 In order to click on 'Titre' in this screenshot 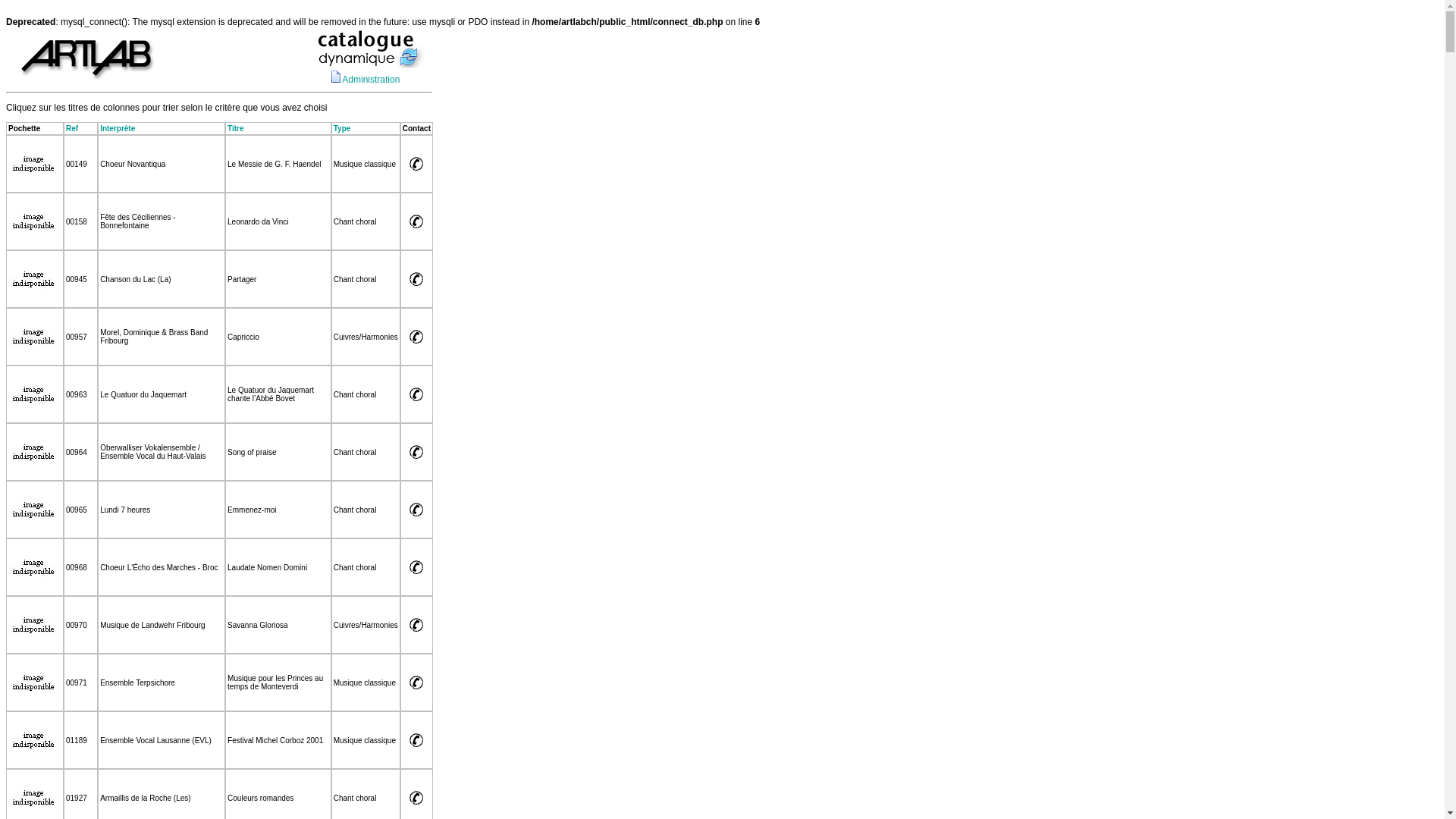, I will do `click(235, 127)`.